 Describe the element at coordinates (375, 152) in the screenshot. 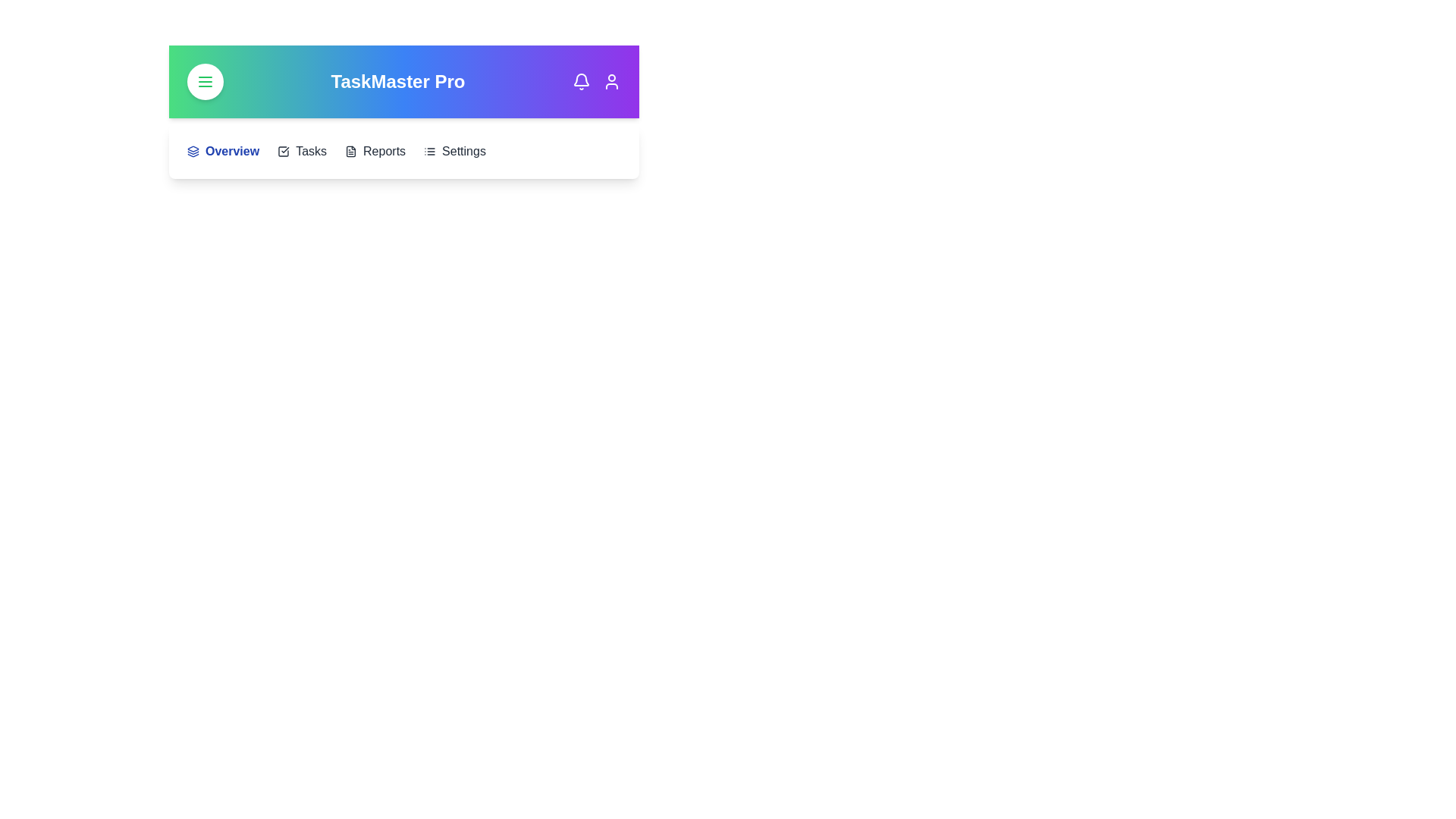

I see `the tab Reports from the navigation bar` at that location.